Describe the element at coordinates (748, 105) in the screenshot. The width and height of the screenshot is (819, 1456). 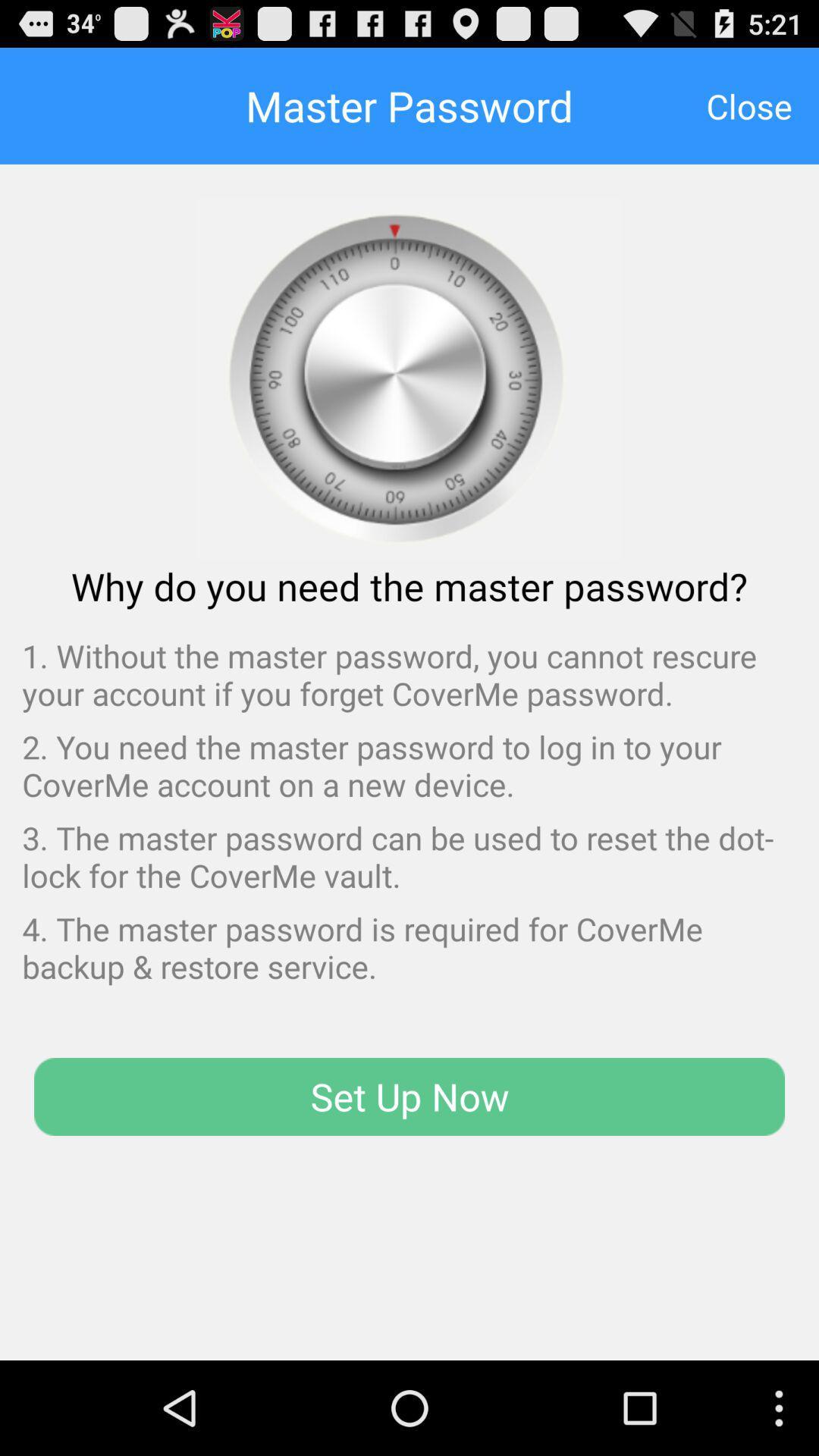
I see `app at the top right corner` at that location.